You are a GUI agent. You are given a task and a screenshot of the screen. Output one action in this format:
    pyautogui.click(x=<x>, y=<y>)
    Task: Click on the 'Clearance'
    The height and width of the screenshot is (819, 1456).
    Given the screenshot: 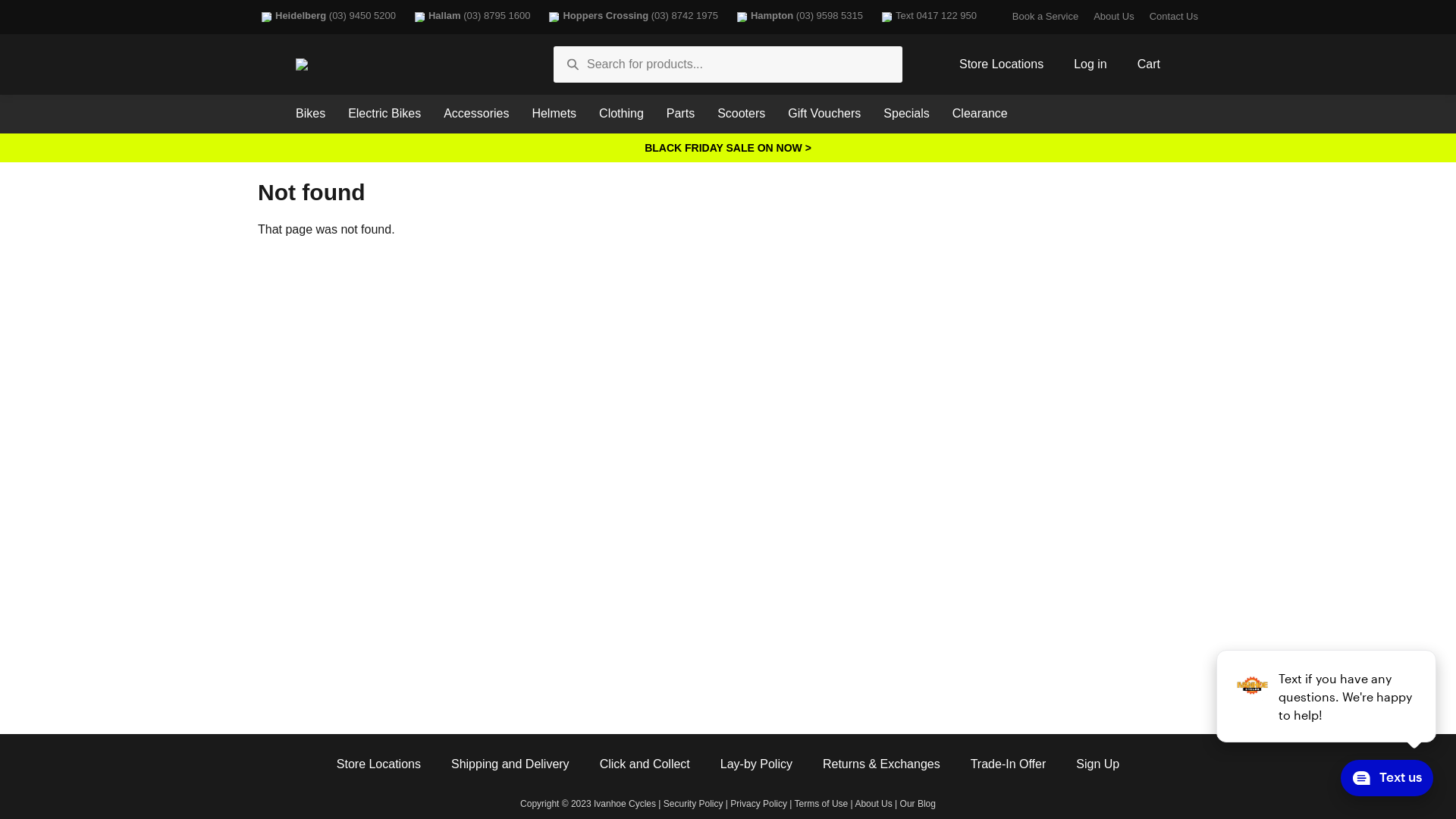 What is the action you would take?
    pyautogui.click(x=940, y=113)
    